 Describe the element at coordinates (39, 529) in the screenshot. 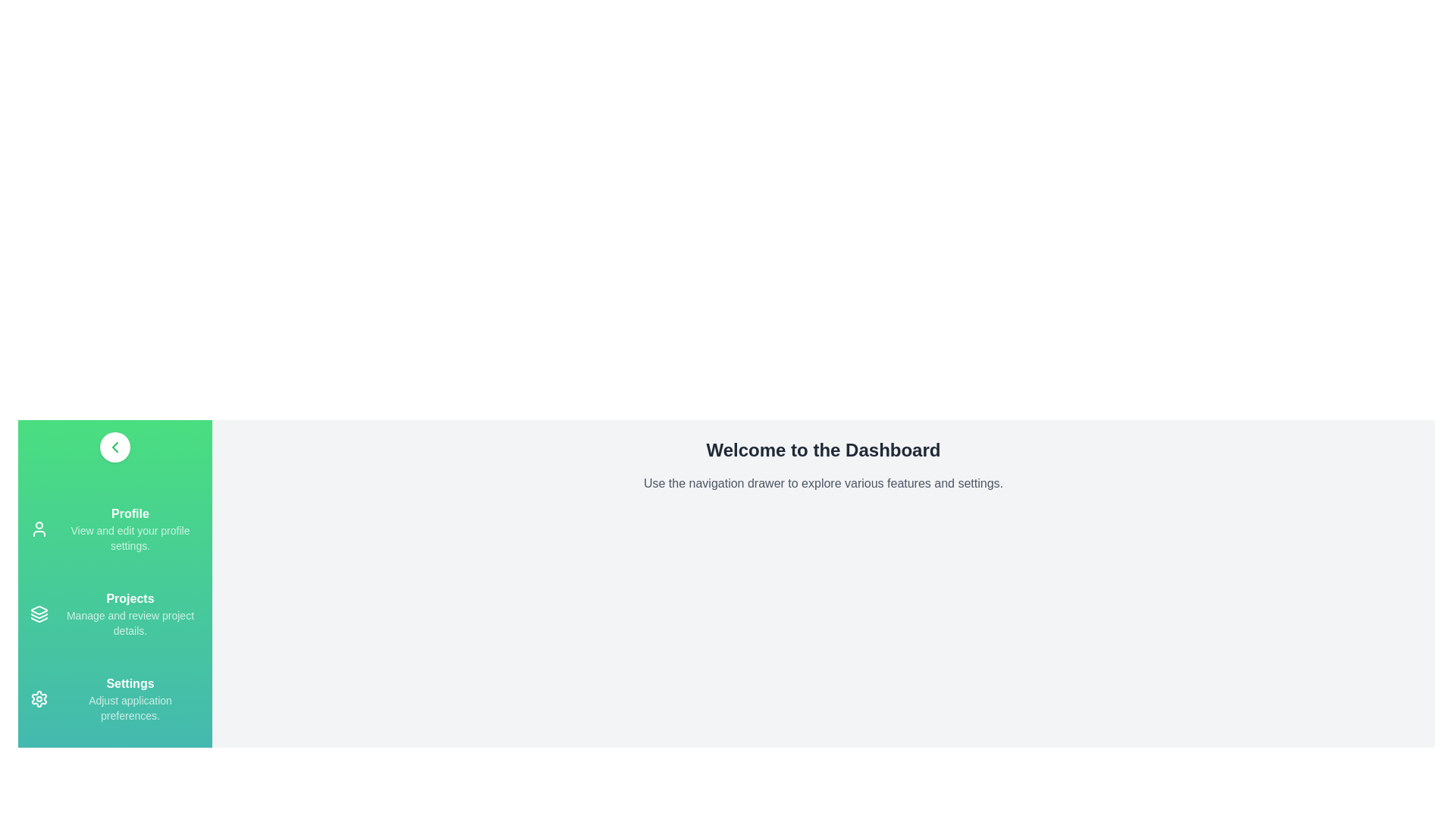

I see `the navigation drawer item Profile` at that location.